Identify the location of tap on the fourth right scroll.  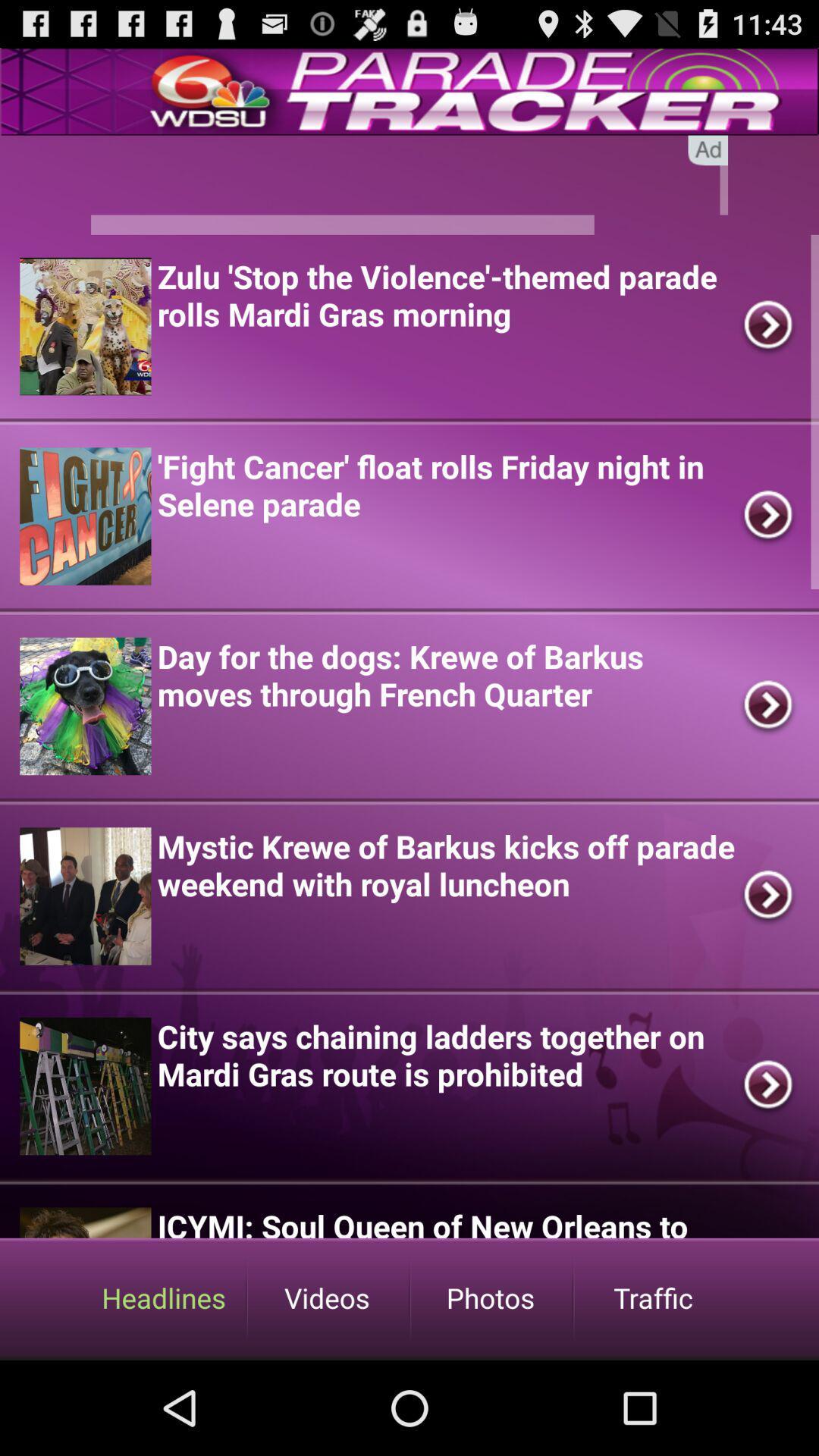
(769, 896).